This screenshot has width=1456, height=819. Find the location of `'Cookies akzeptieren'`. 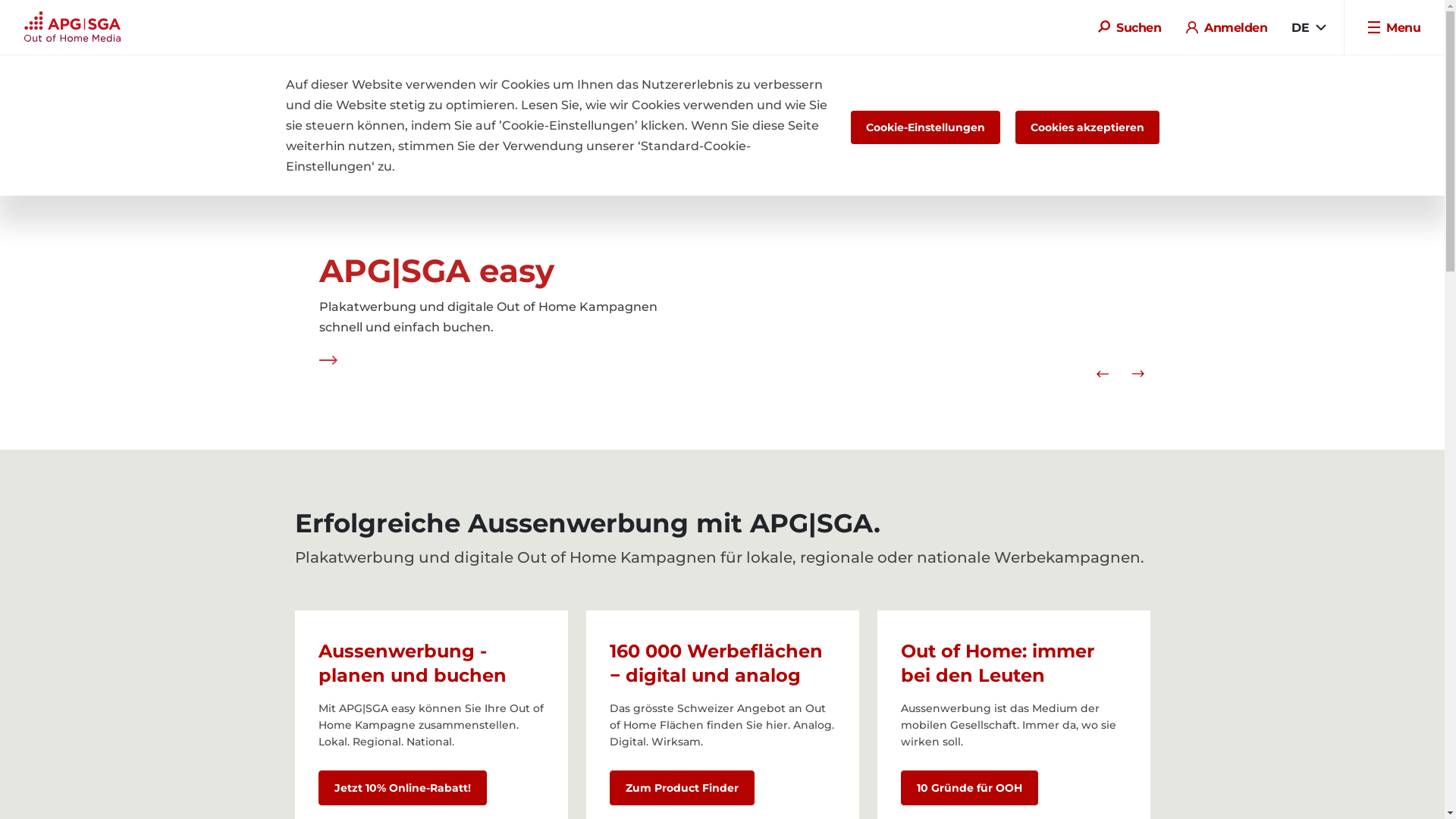

'Cookies akzeptieren' is located at coordinates (1086, 127).